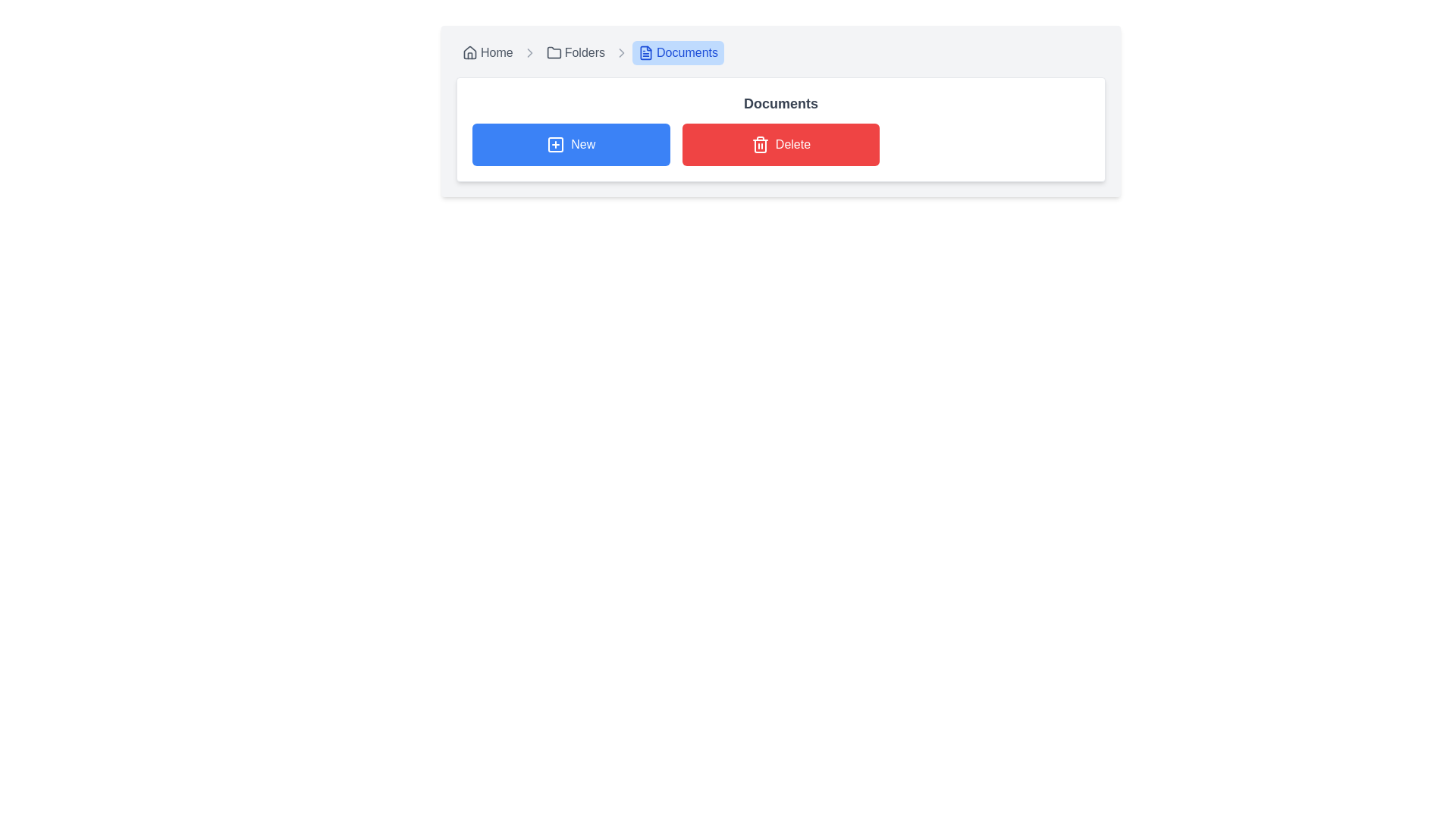 The height and width of the screenshot is (819, 1456). Describe the element at coordinates (677, 52) in the screenshot. I see `the third button in the breadcrumb navigation sequence` at that location.